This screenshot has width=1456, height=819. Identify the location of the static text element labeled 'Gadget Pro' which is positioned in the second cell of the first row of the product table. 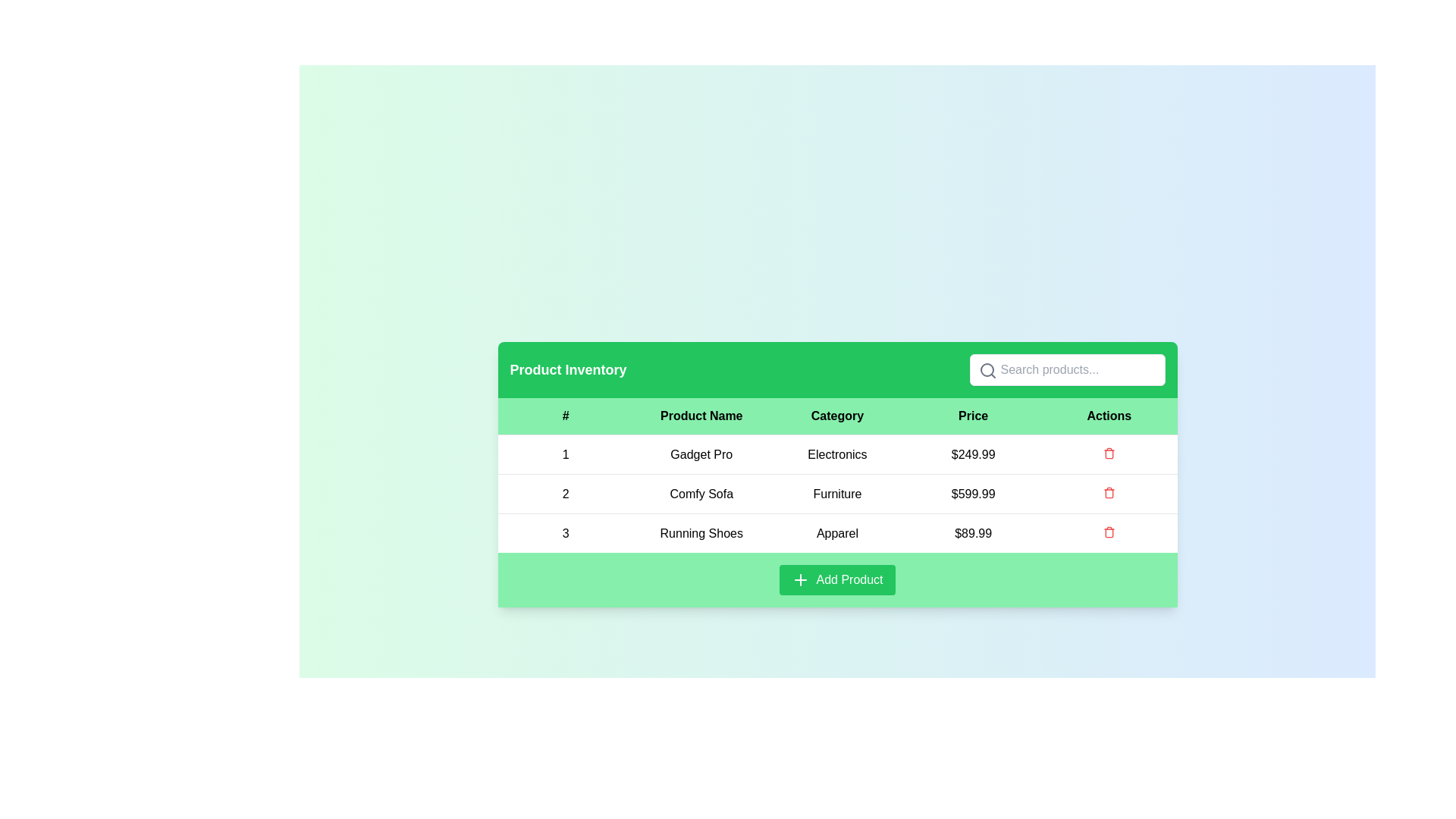
(701, 453).